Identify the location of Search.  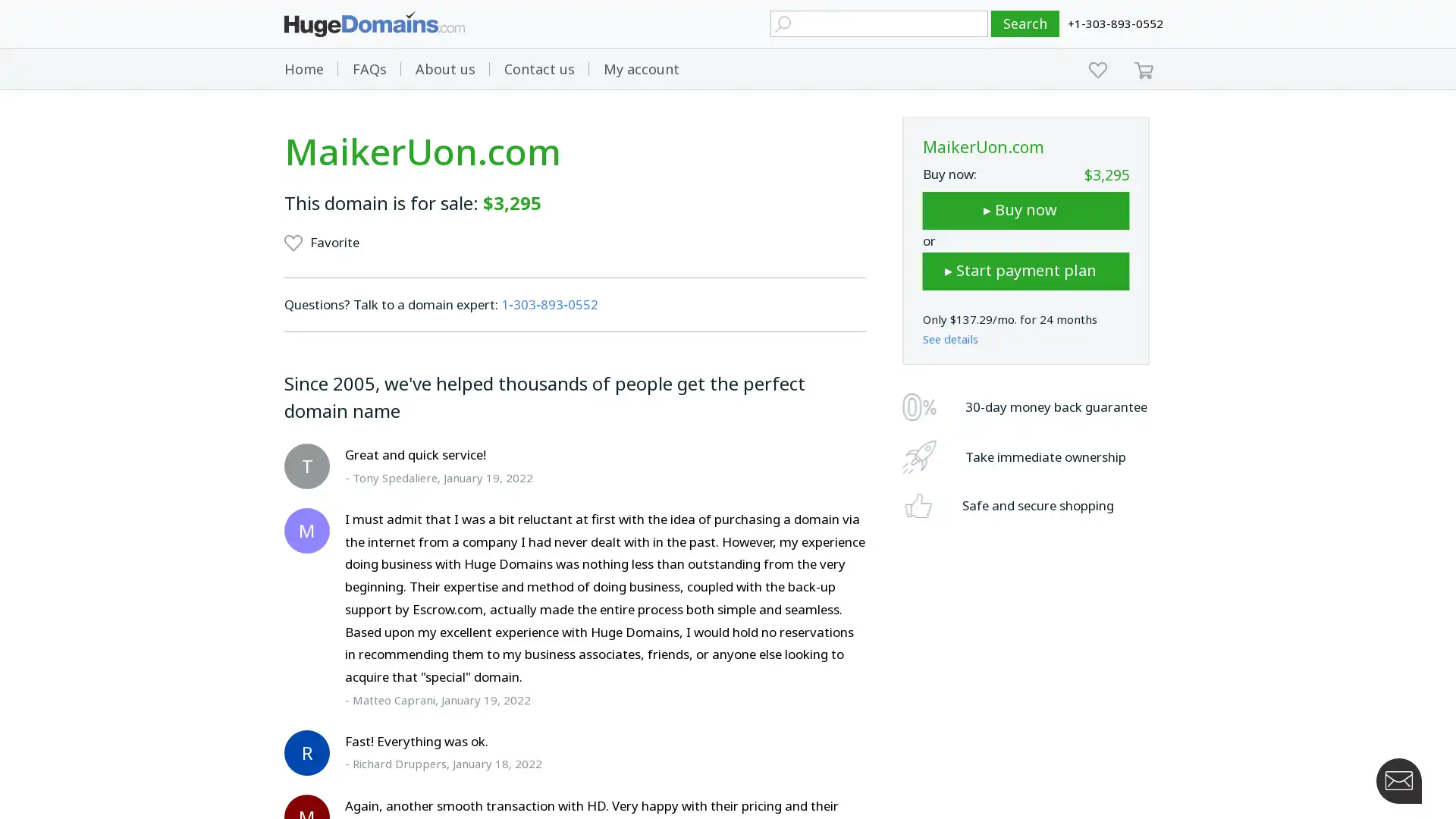
(1025, 24).